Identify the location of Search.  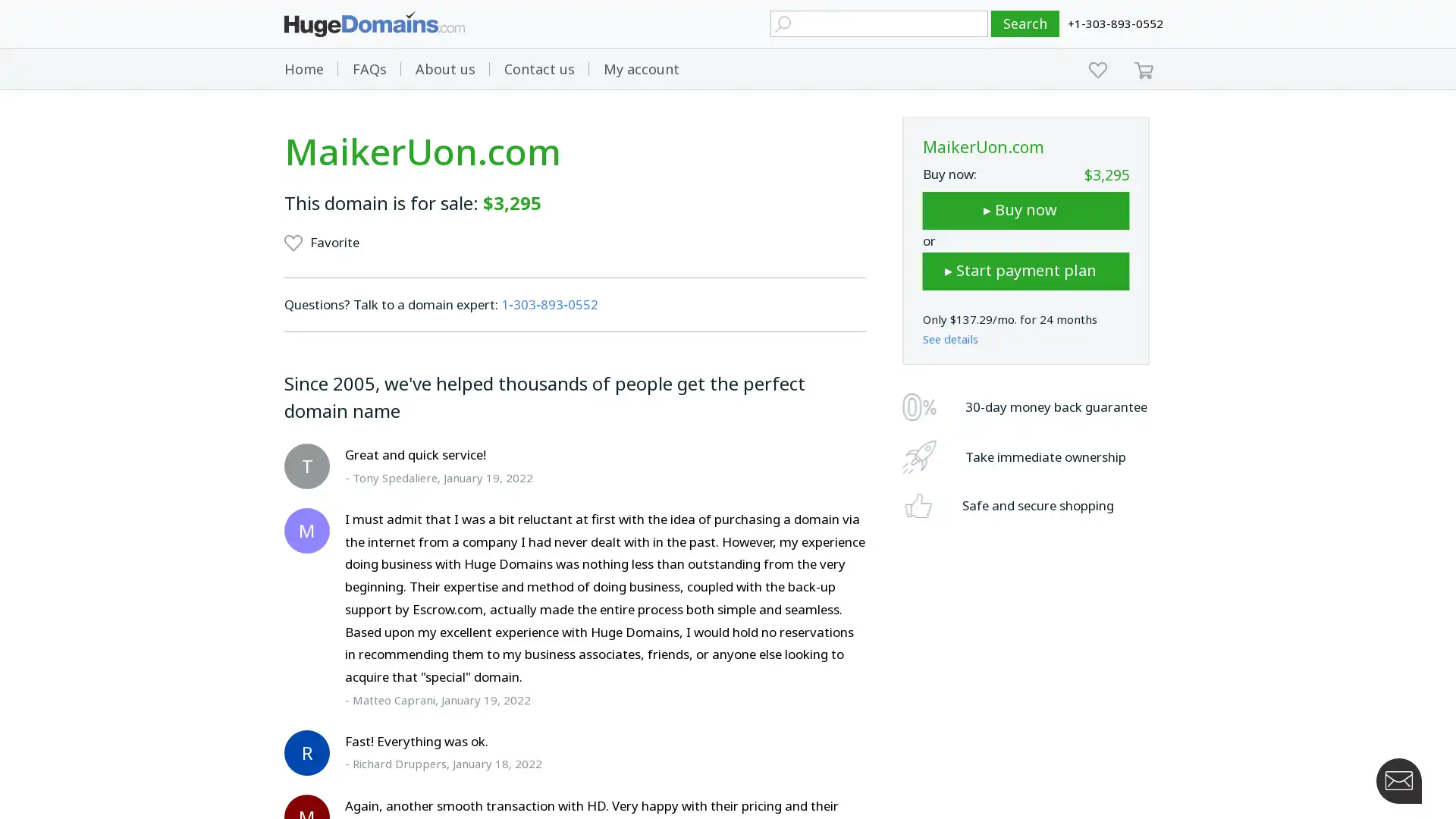
(1025, 24).